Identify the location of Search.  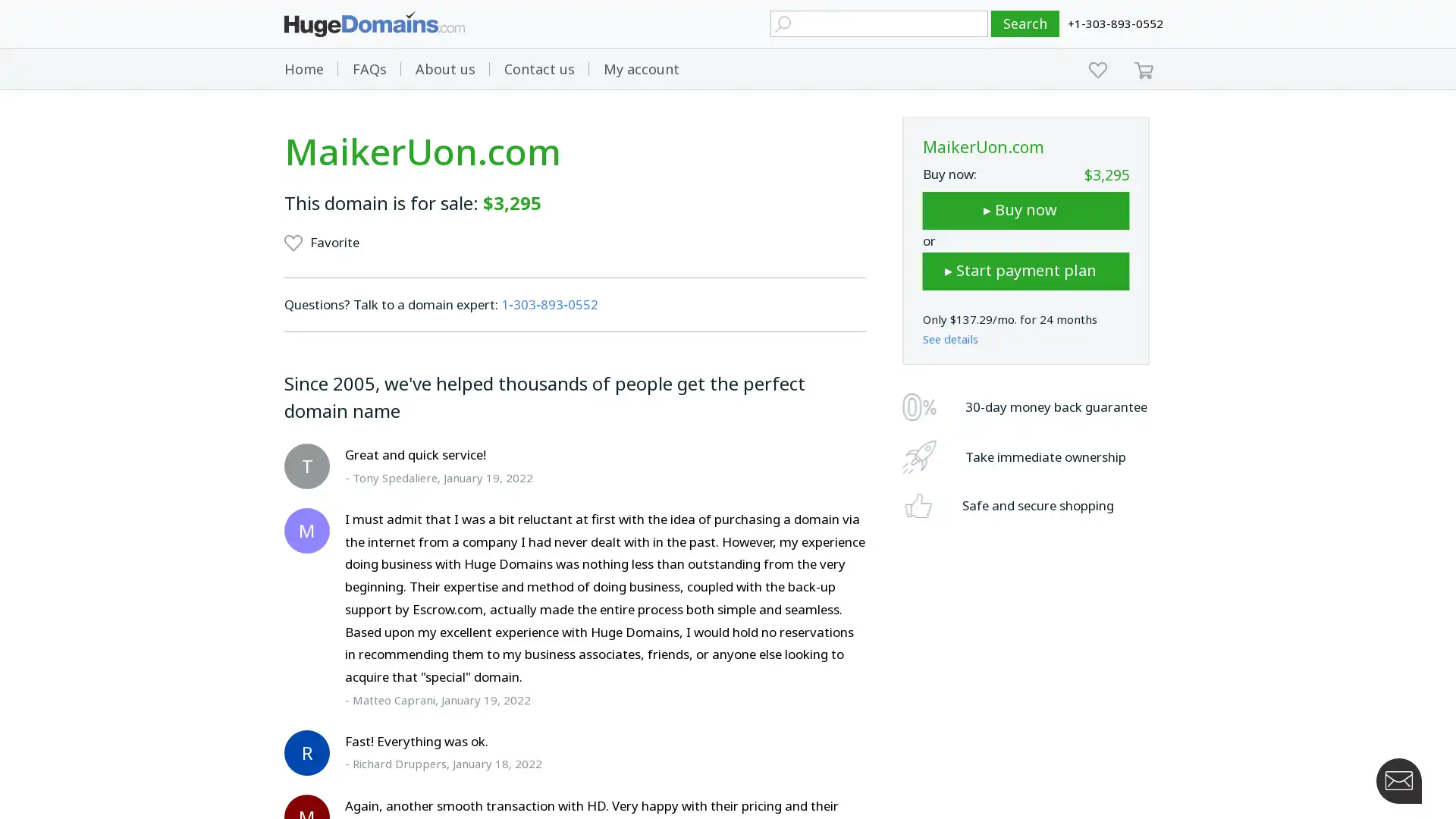
(1025, 24).